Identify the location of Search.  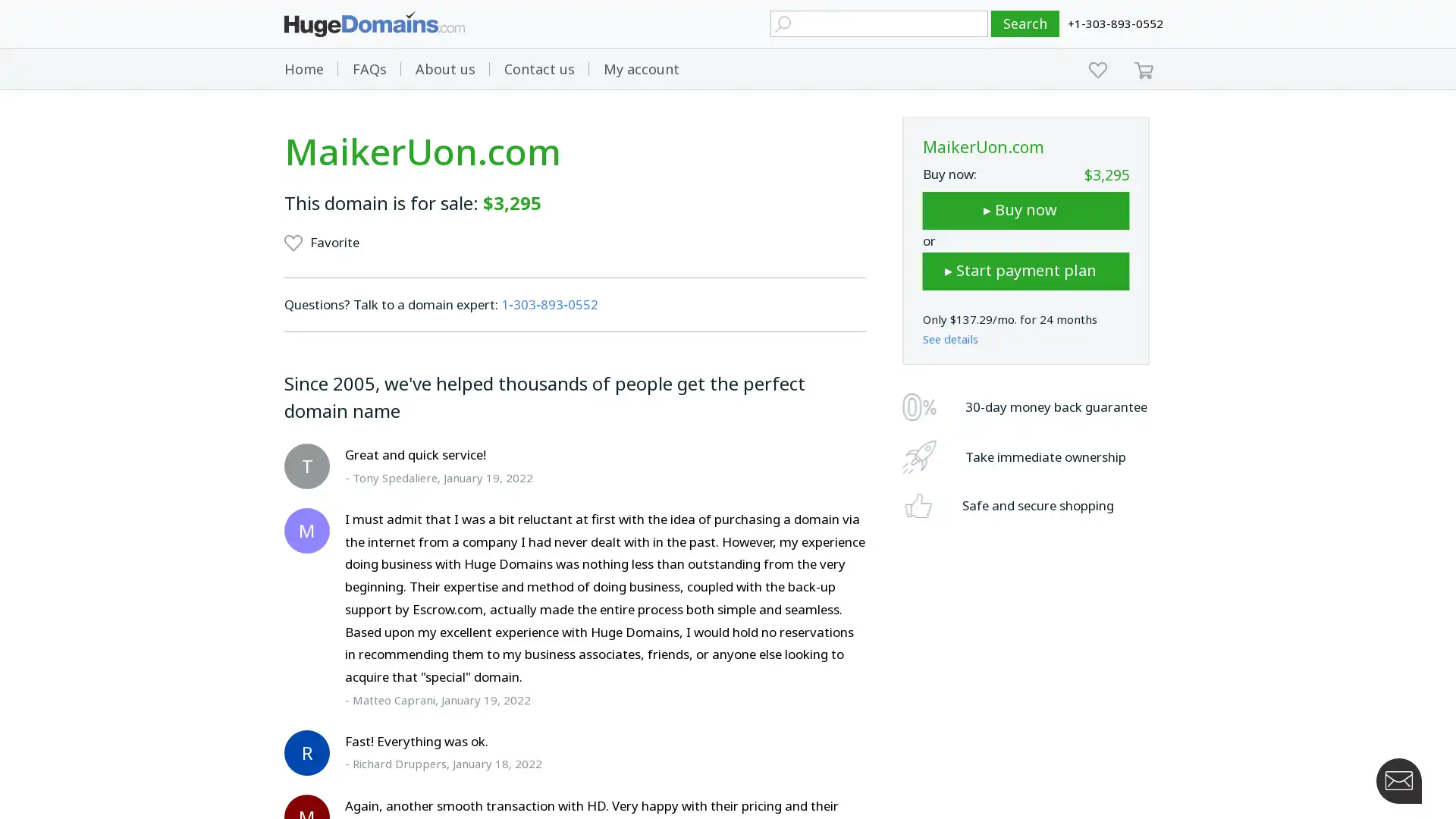
(1025, 24).